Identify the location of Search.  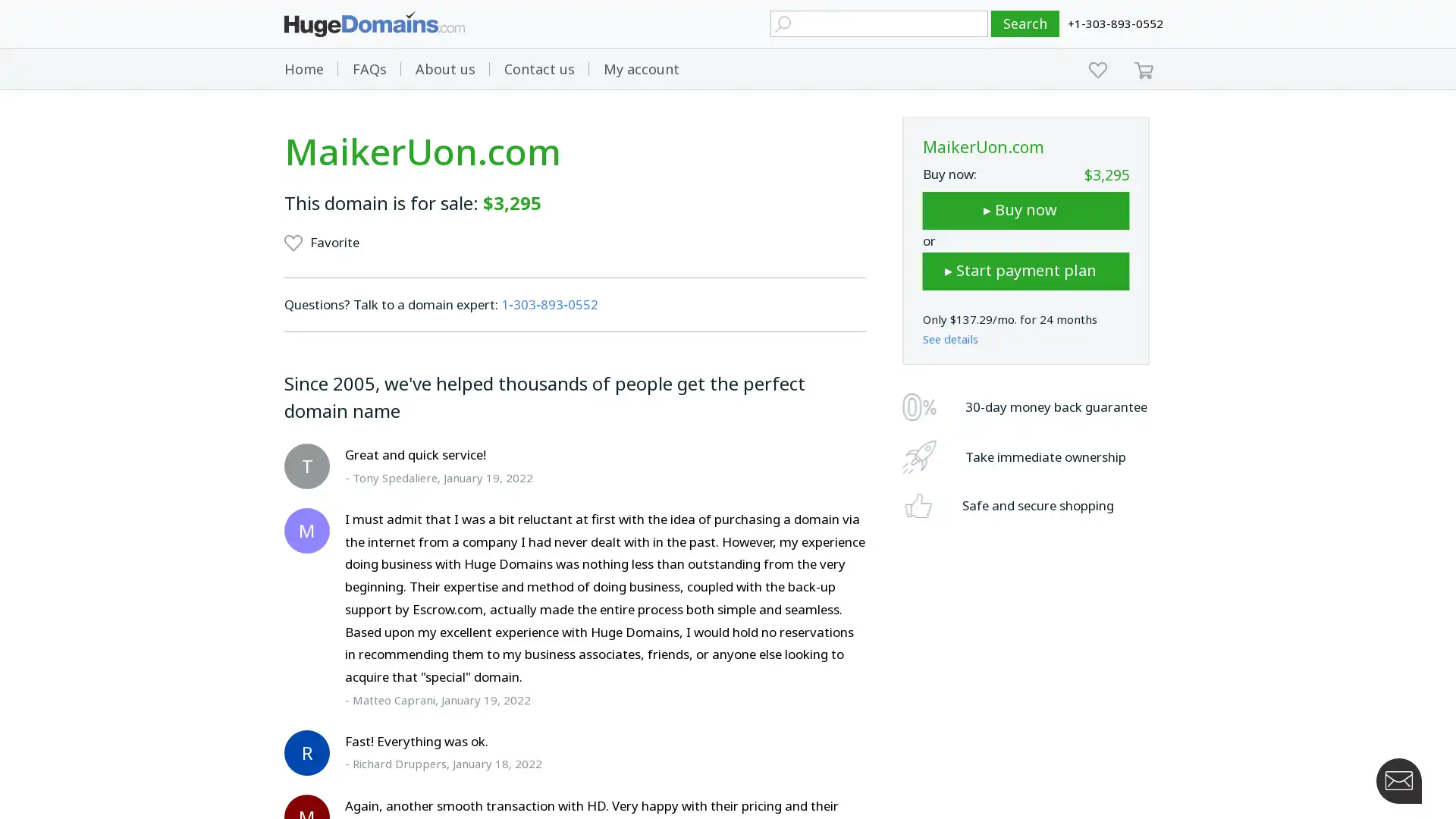
(1025, 24).